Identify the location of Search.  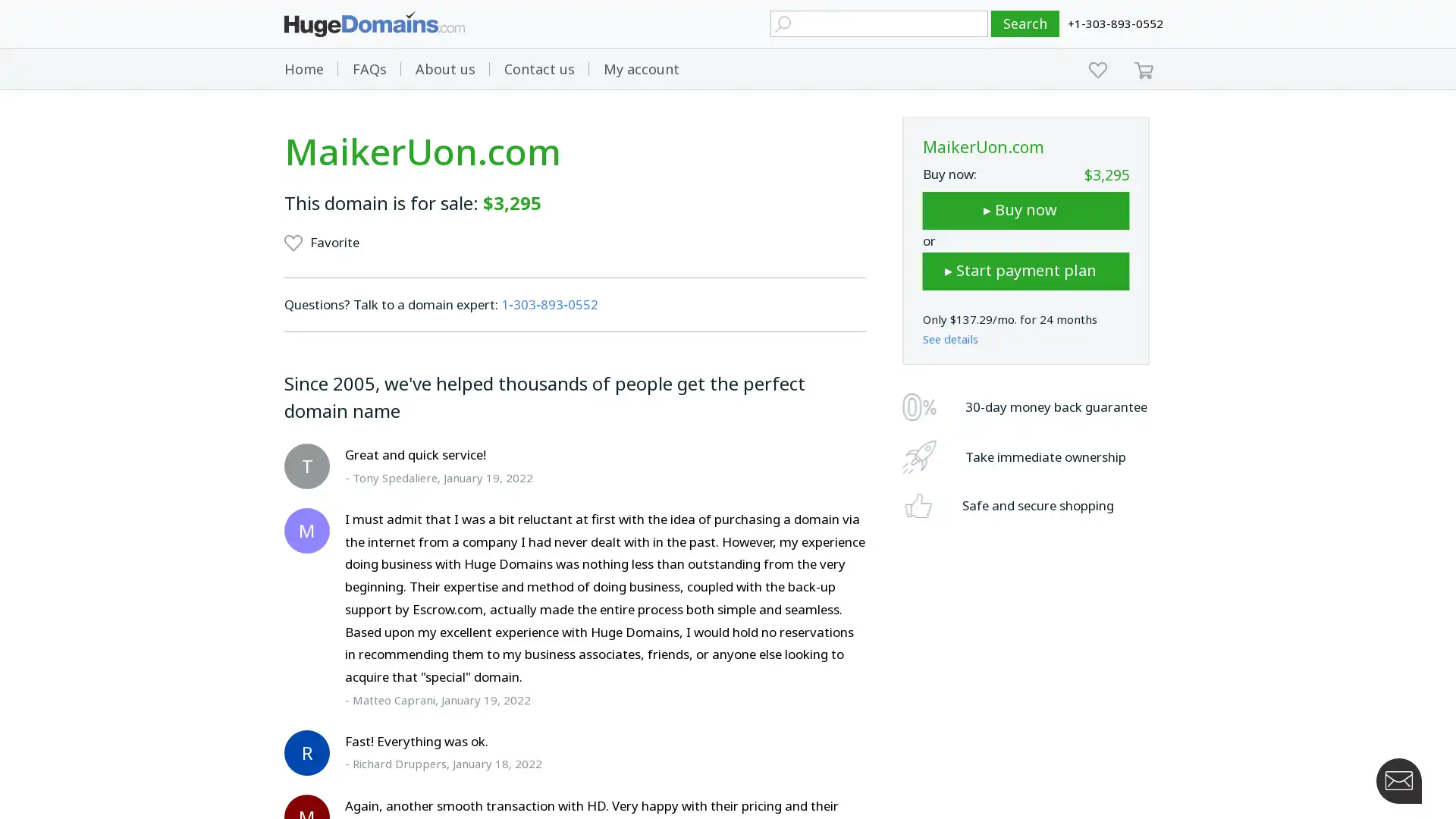
(1025, 24).